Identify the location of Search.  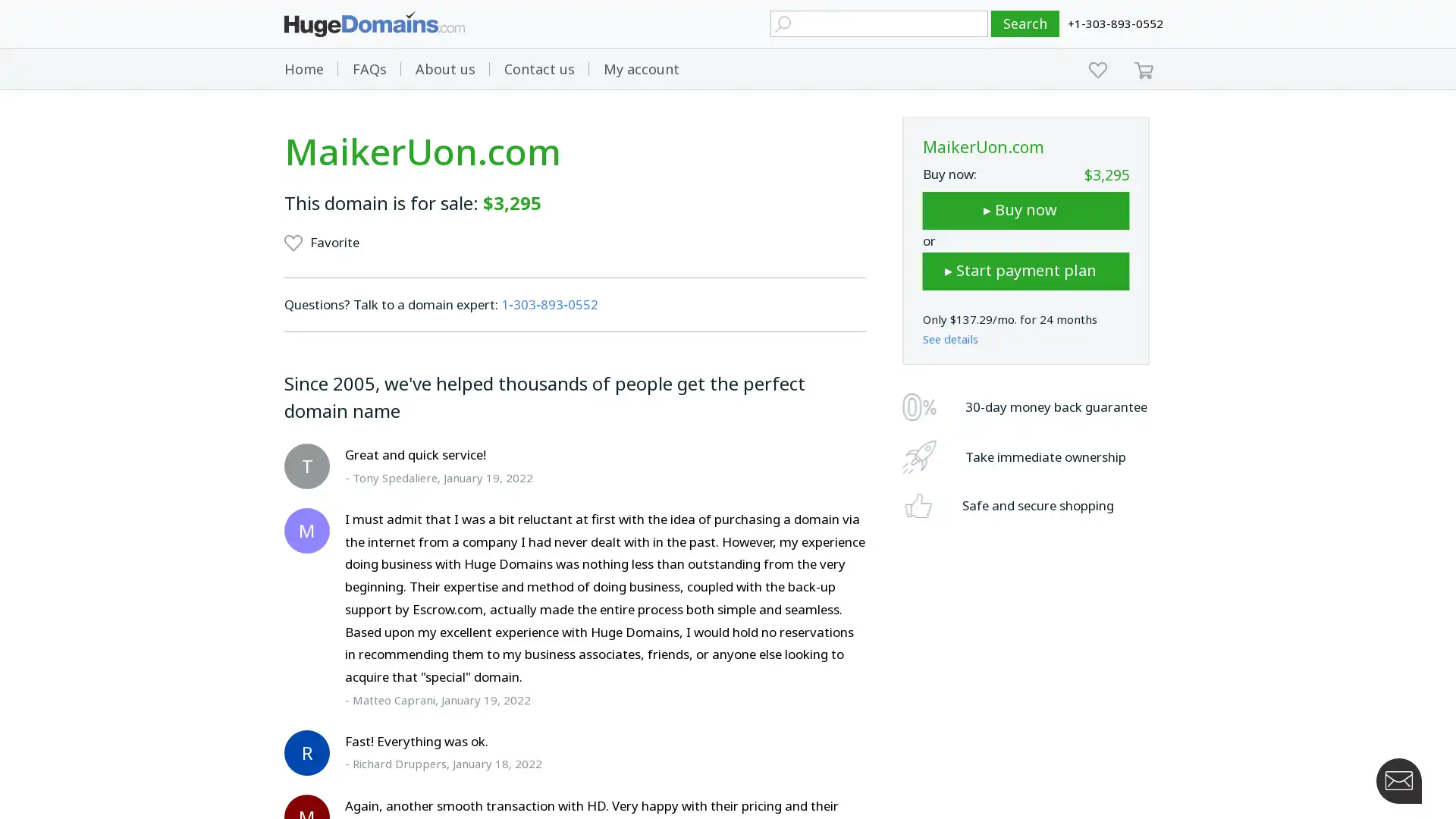
(1025, 24).